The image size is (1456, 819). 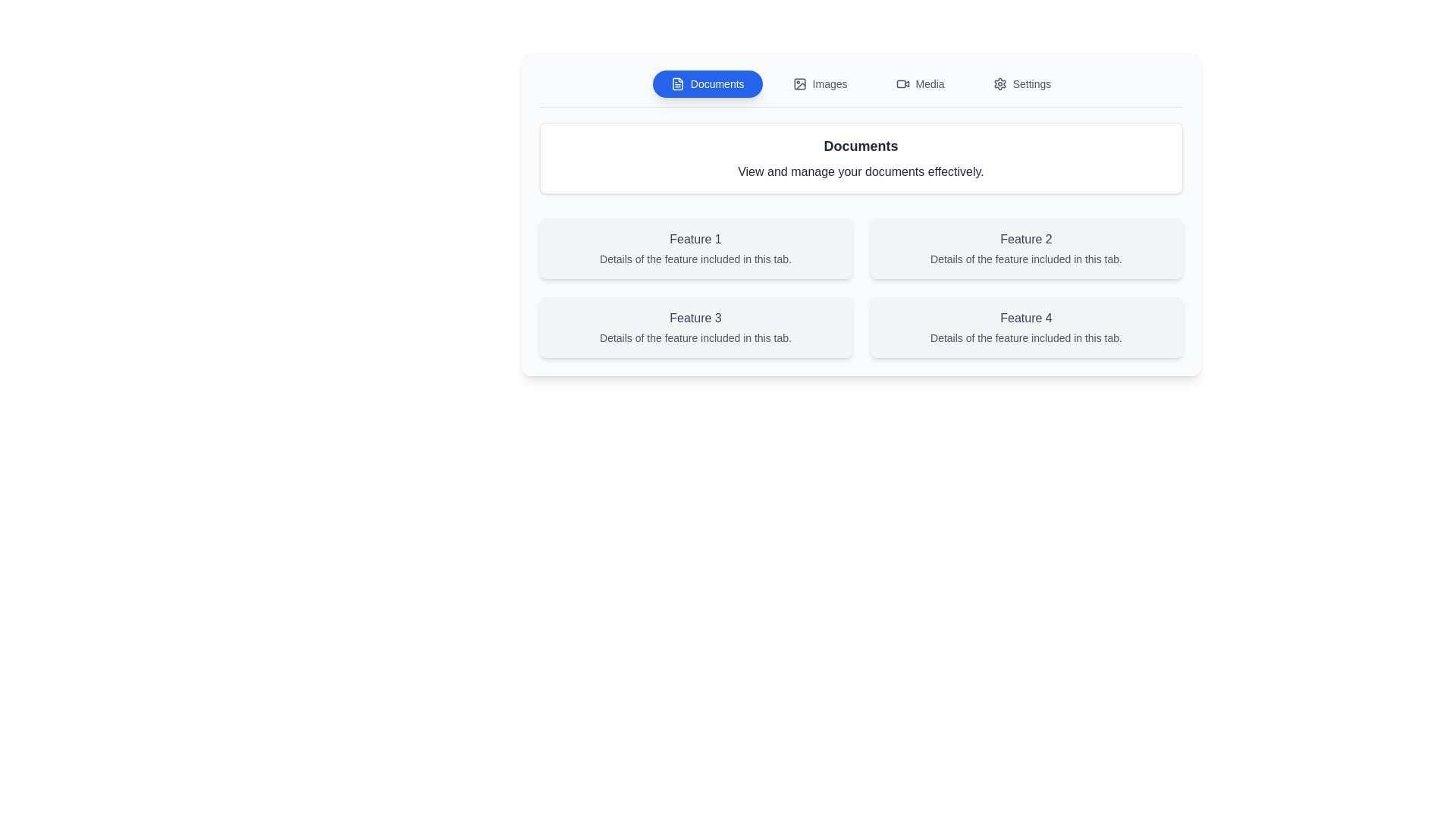 I want to click on the card displaying 'Feature 3', which is located in the third position of the grid, below 'Feature 1' and to the left of 'Feature 4', so click(x=695, y=327).